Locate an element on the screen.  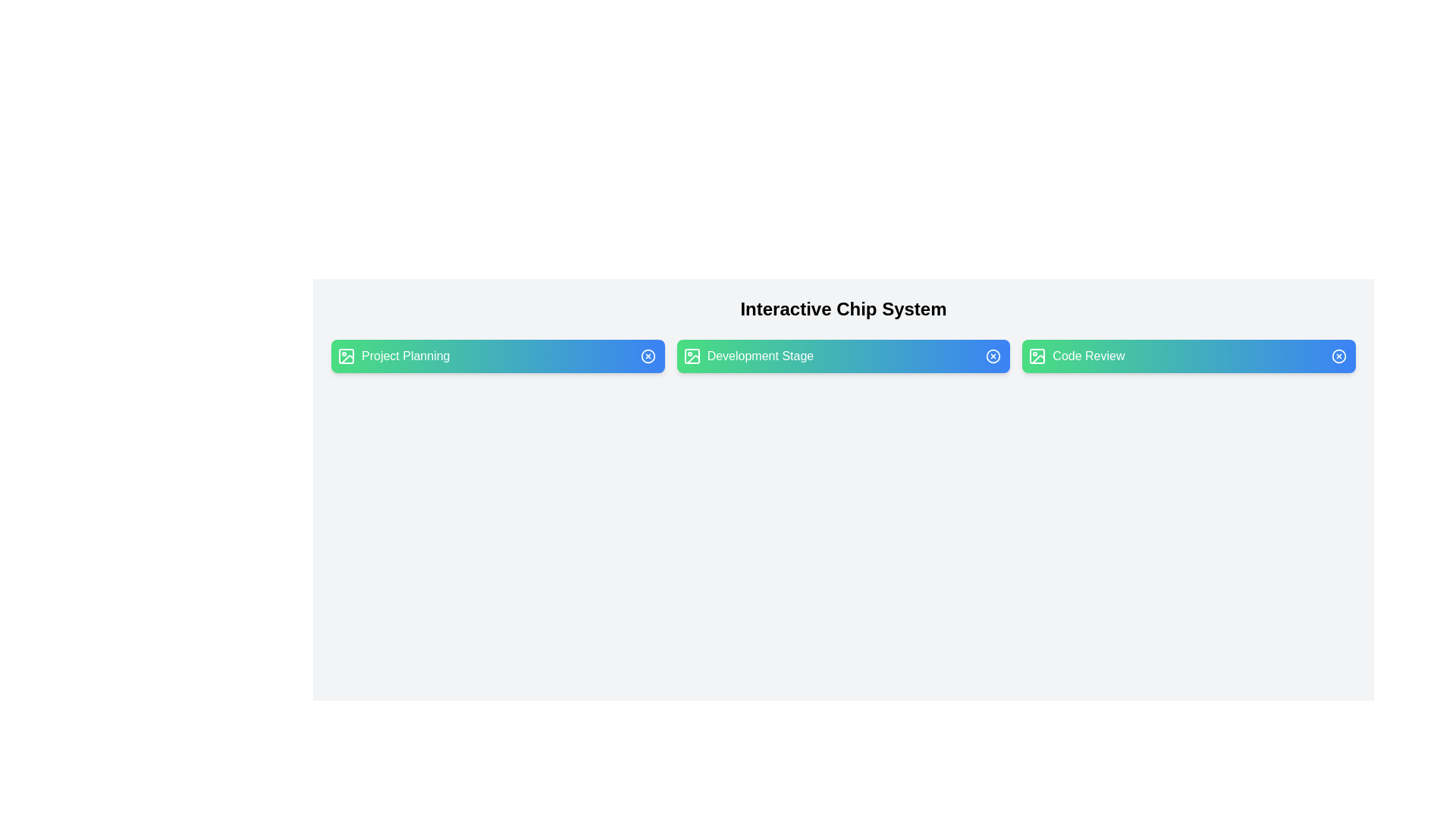
remove button of the chip labeled 'Code Review' to delete it is located at coordinates (1339, 356).